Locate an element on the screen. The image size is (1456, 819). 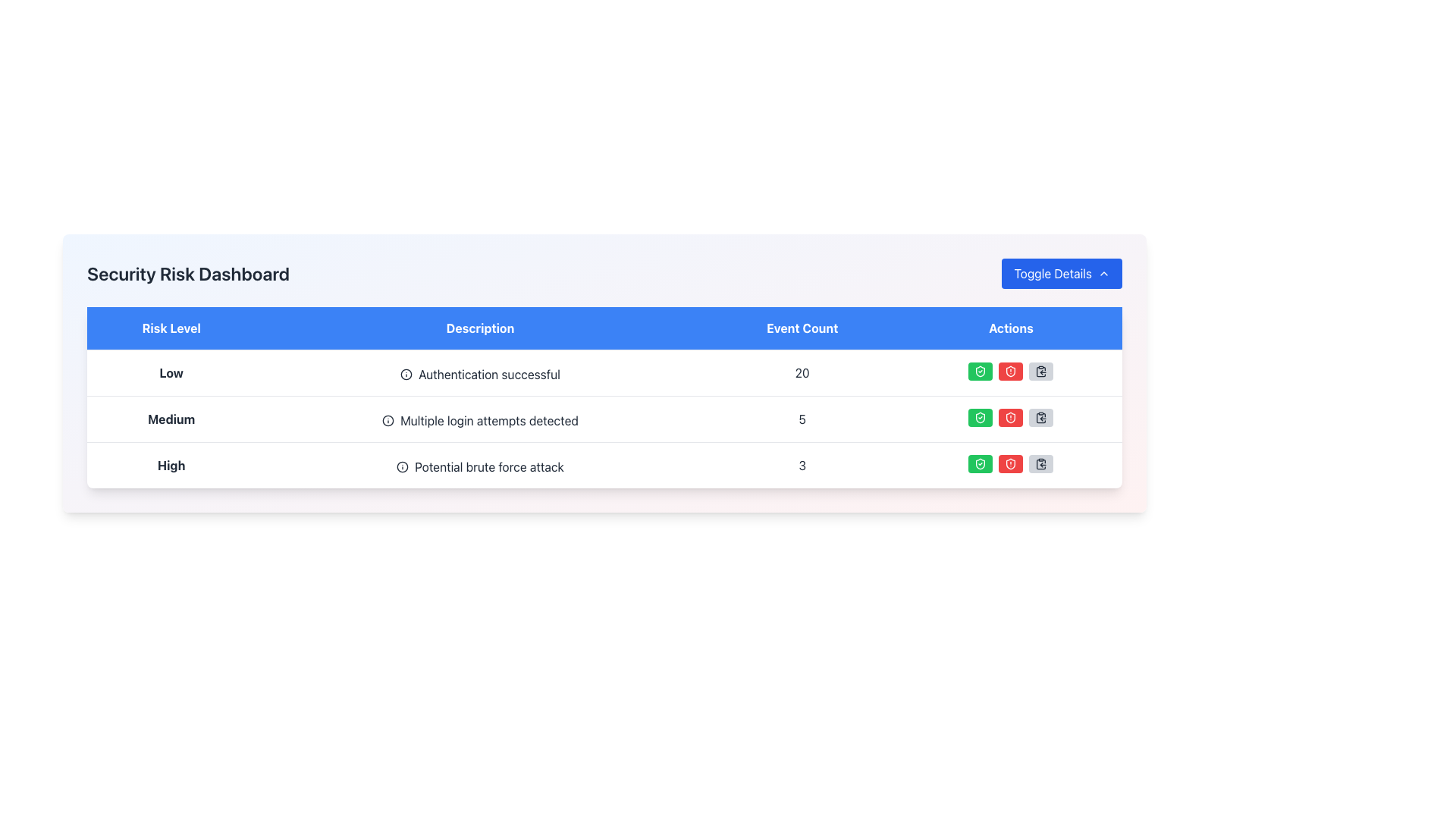
the 'Toggle Details' button with a blue background and white text located in the top-right corner of the 'Security Risk Dashboard' is located at coordinates (1061, 274).